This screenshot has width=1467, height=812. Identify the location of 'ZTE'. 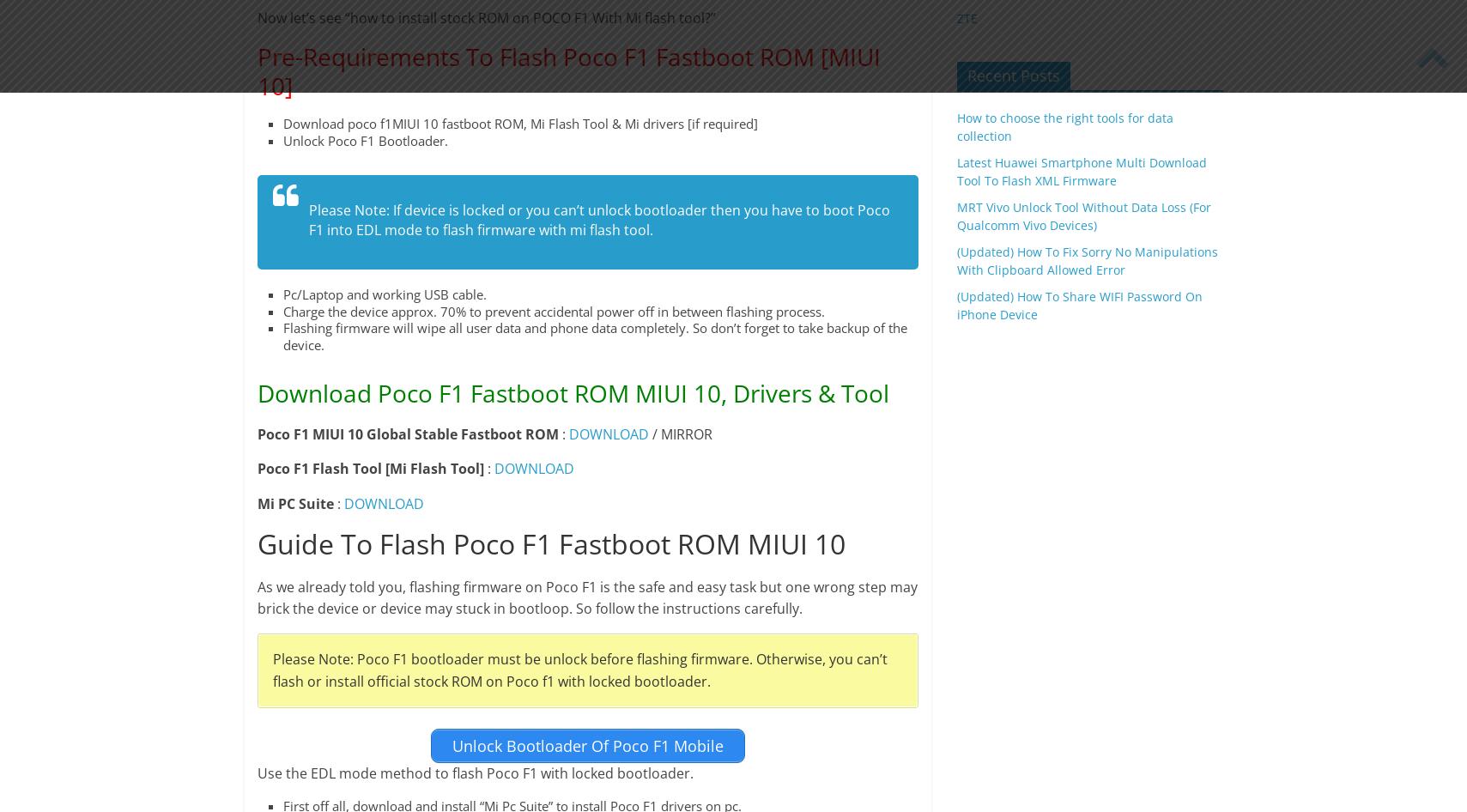
(967, 17).